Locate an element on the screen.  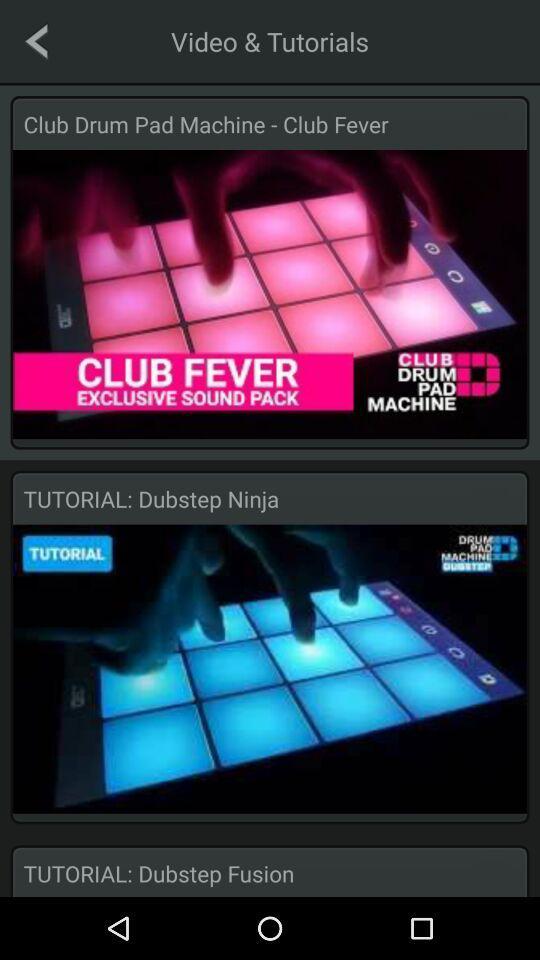
the club drum pad icon is located at coordinates (270, 123).